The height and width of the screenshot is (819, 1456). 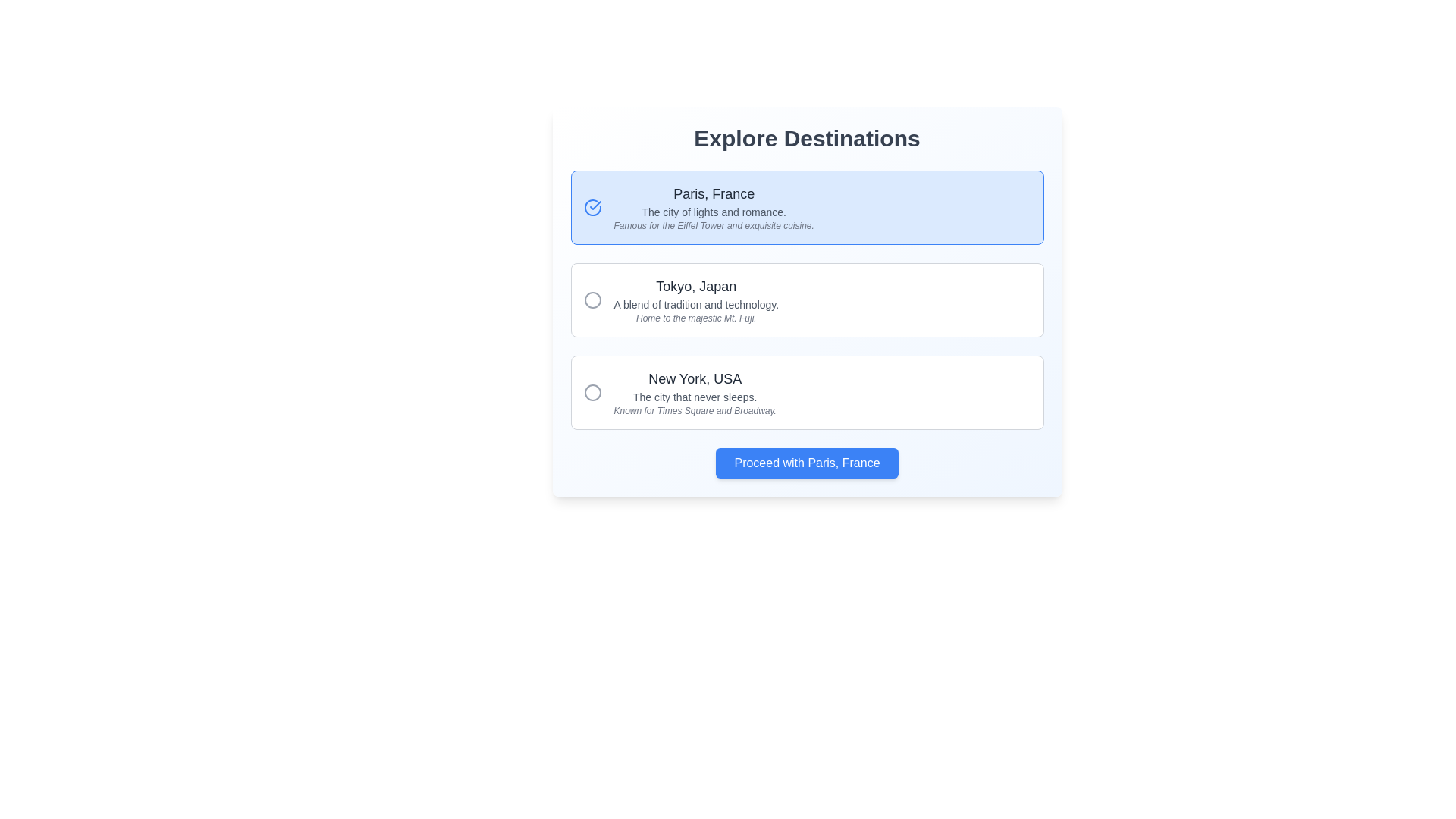 I want to click on the text block displaying 'Paris, France', which includes descriptive lines about the city, located within a light blue card layout, so click(x=713, y=207).